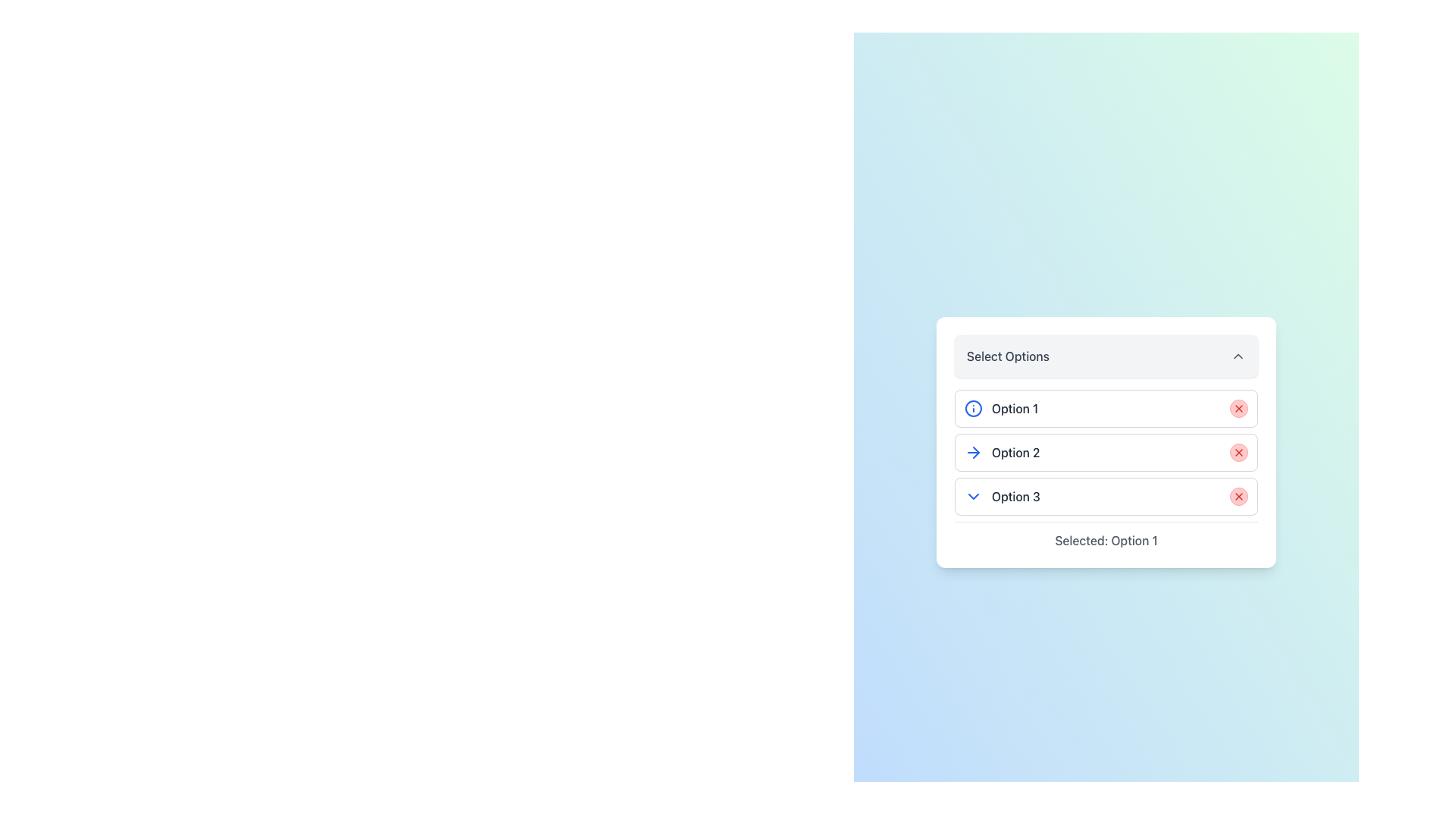 The image size is (1456, 819). I want to click on the dismiss button located in the top-right corner of the list item labeled 'Option 2' to observe visual feedback, so click(1238, 451).